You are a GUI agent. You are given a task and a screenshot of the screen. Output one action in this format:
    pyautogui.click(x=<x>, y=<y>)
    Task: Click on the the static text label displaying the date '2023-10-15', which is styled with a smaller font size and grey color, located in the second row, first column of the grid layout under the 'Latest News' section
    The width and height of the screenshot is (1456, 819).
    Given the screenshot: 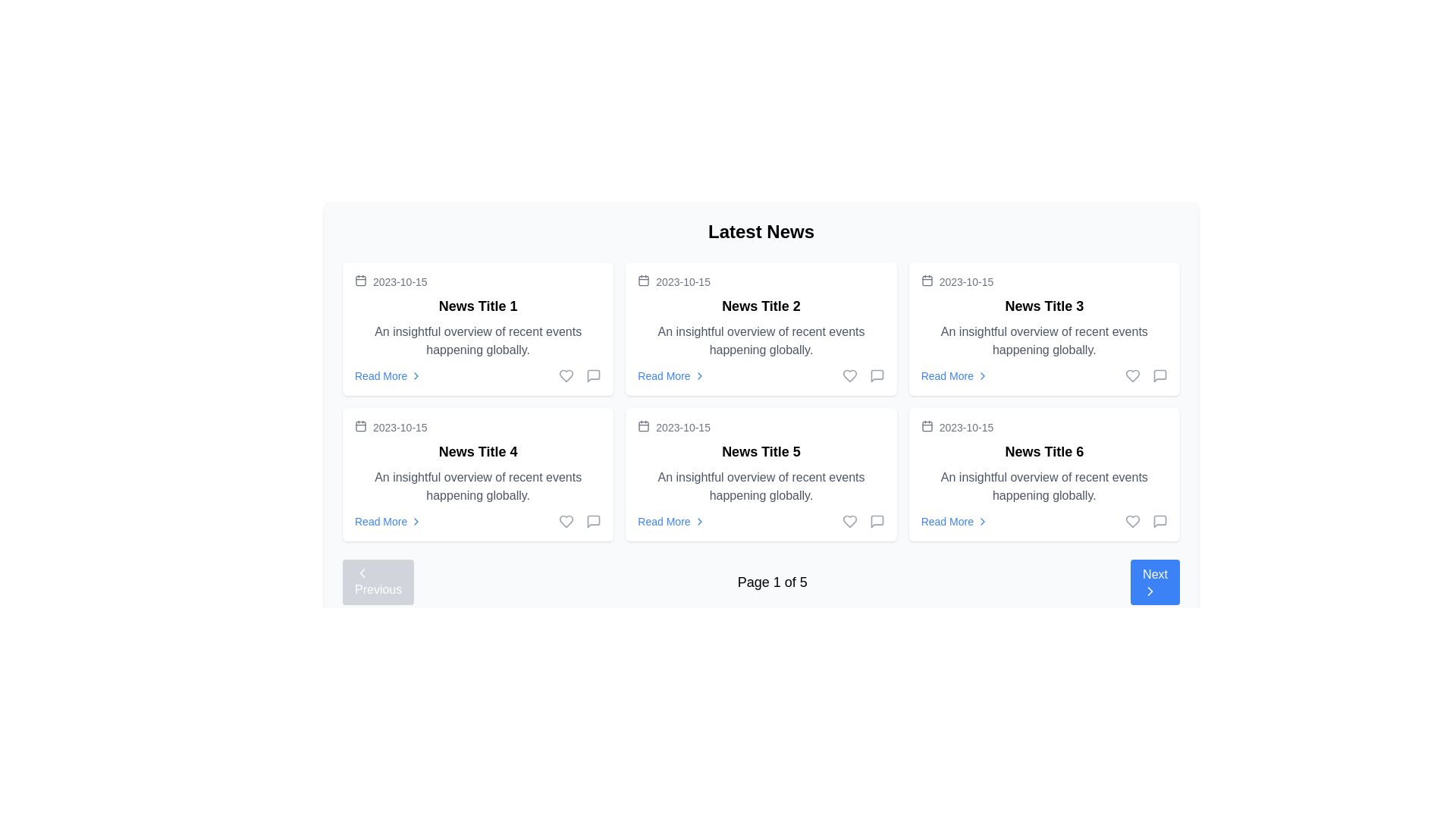 What is the action you would take?
    pyautogui.click(x=400, y=427)
    